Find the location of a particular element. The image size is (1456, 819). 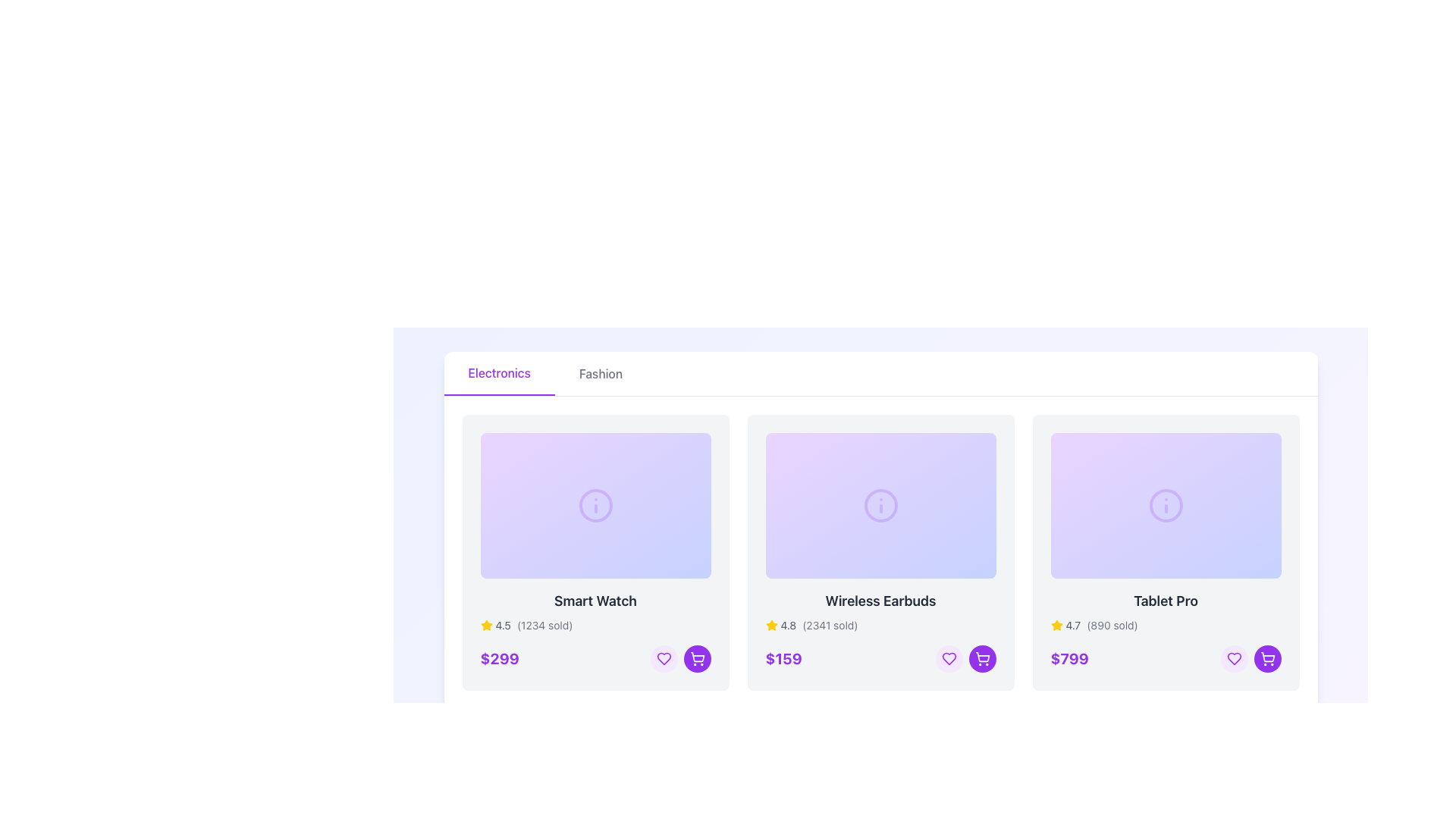

the shopping cart icon located at the bottom-right corner of the third product card for 'Tablet Pro' is located at coordinates (696, 656).